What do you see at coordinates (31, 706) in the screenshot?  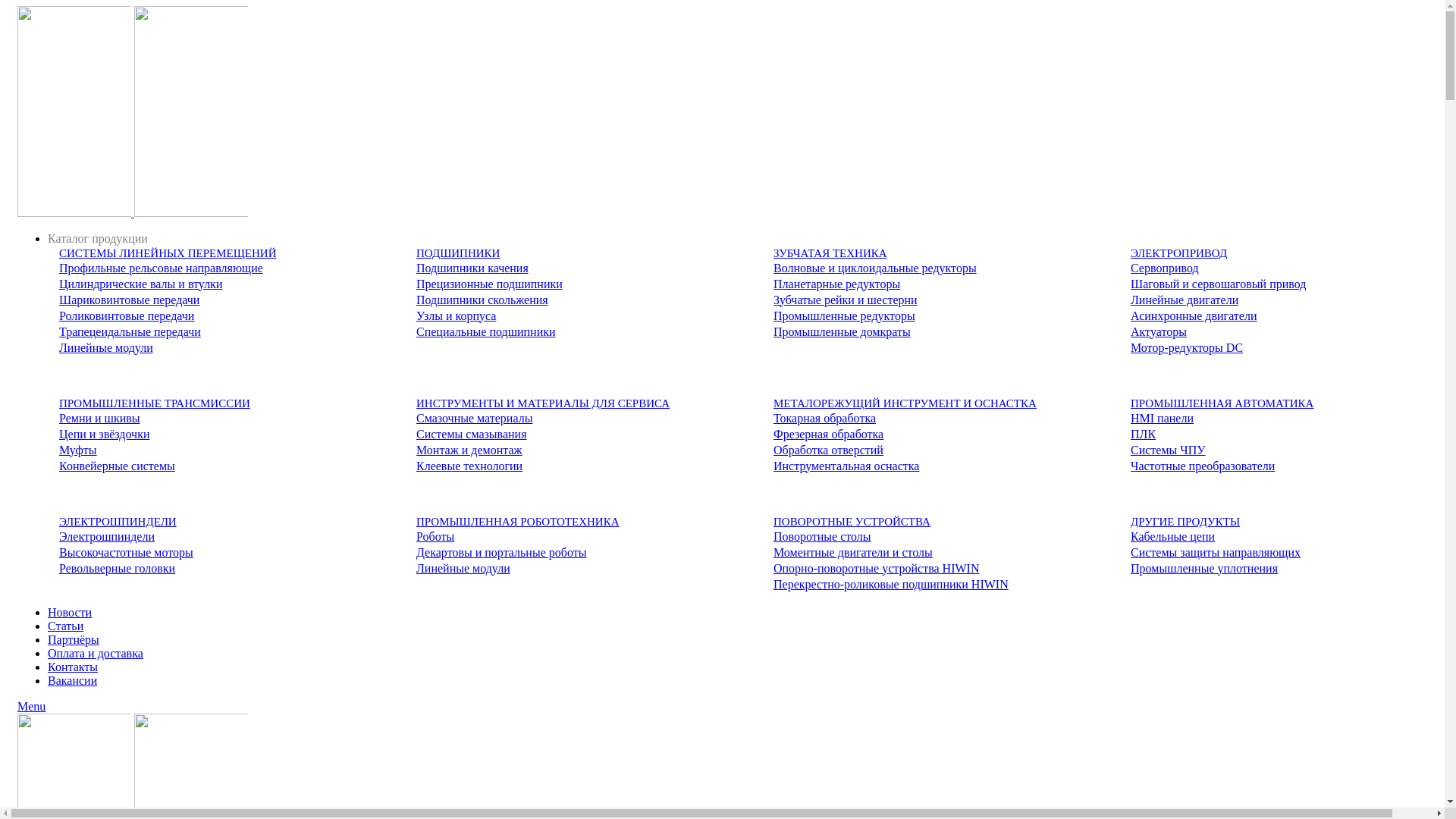 I see `'Menu'` at bounding box center [31, 706].